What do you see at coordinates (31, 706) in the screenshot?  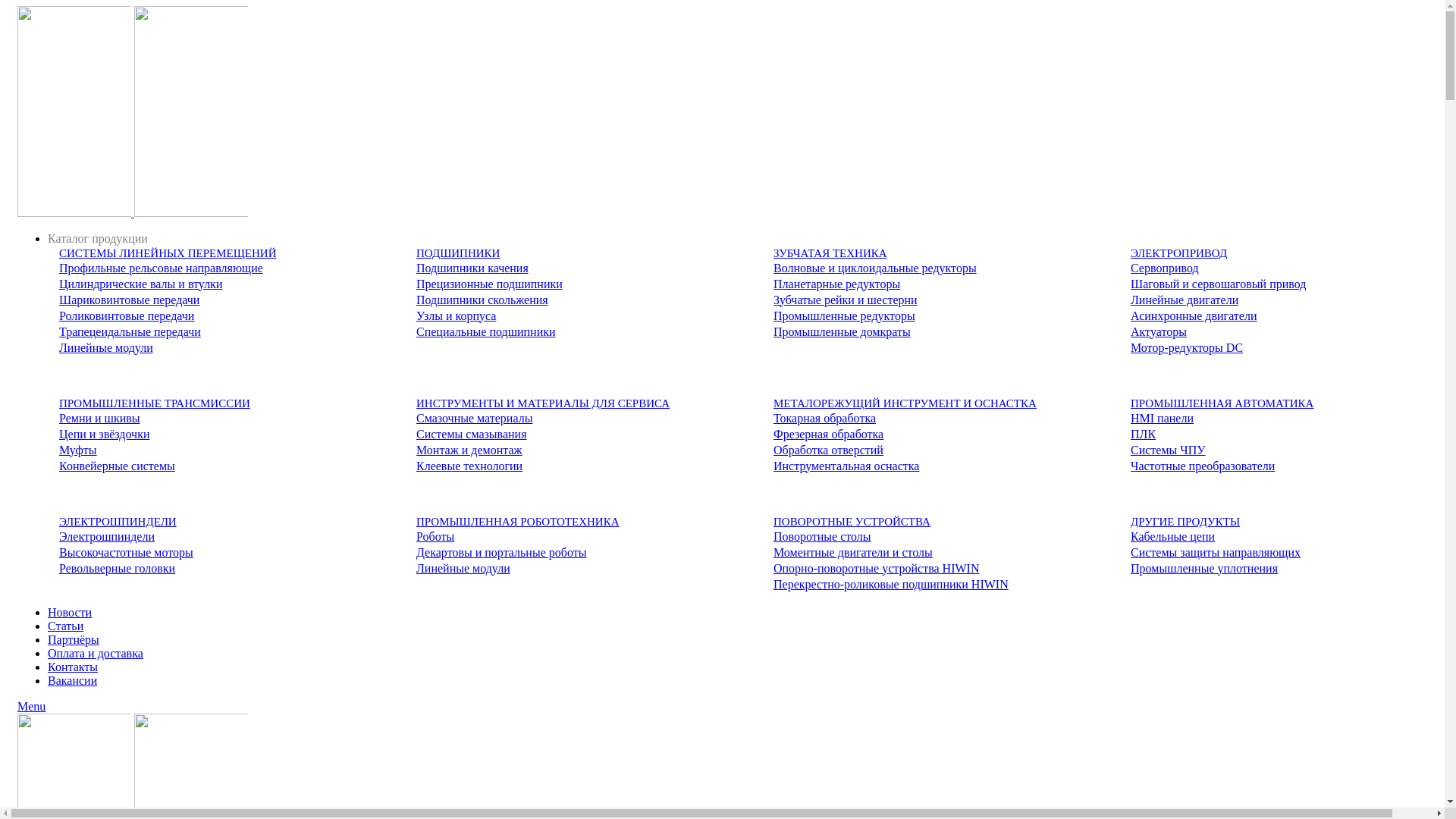 I see `'Menu'` at bounding box center [31, 706].